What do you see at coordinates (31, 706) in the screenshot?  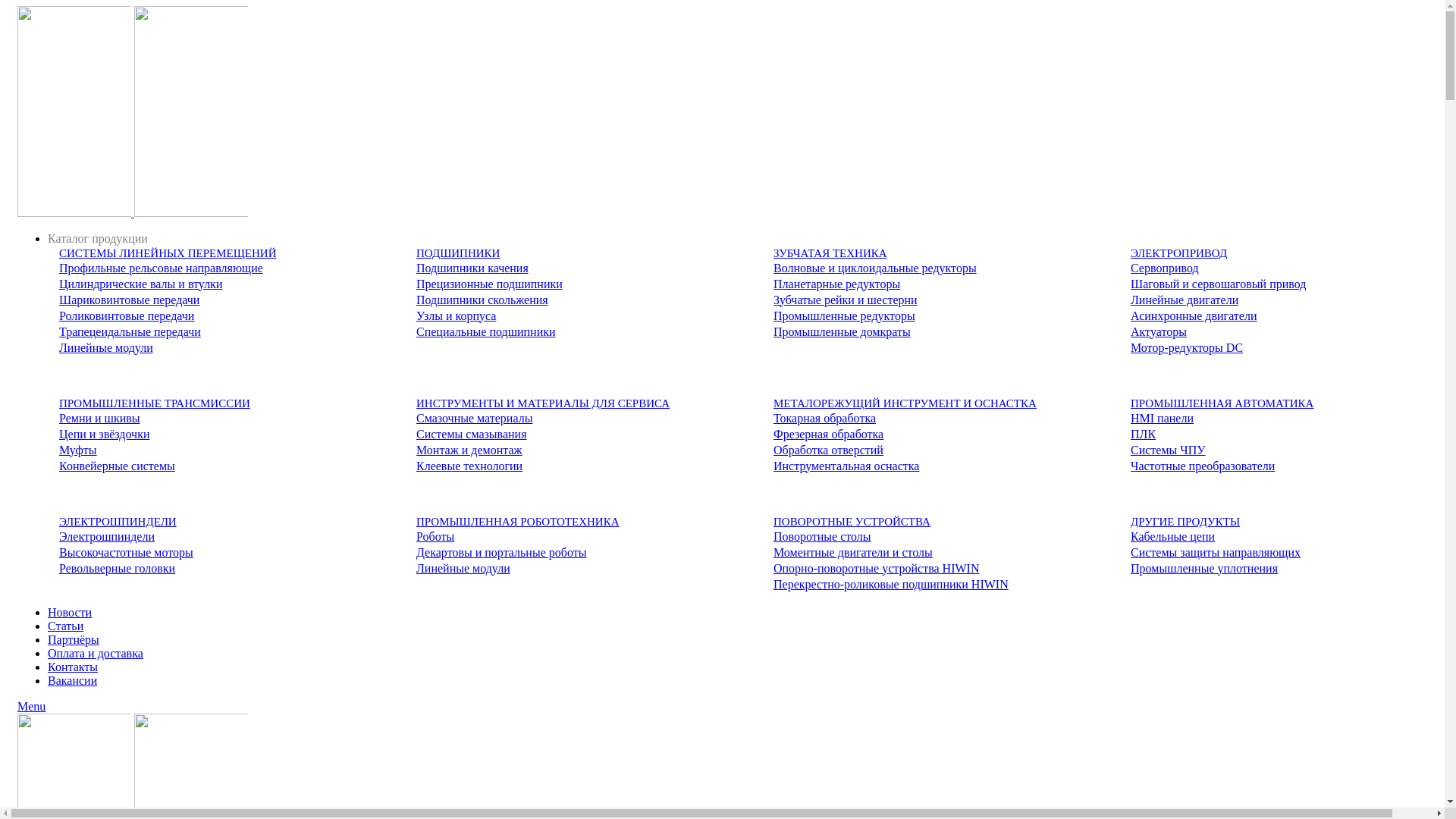 I see `'Menu'` at bounding box center [31, 706].